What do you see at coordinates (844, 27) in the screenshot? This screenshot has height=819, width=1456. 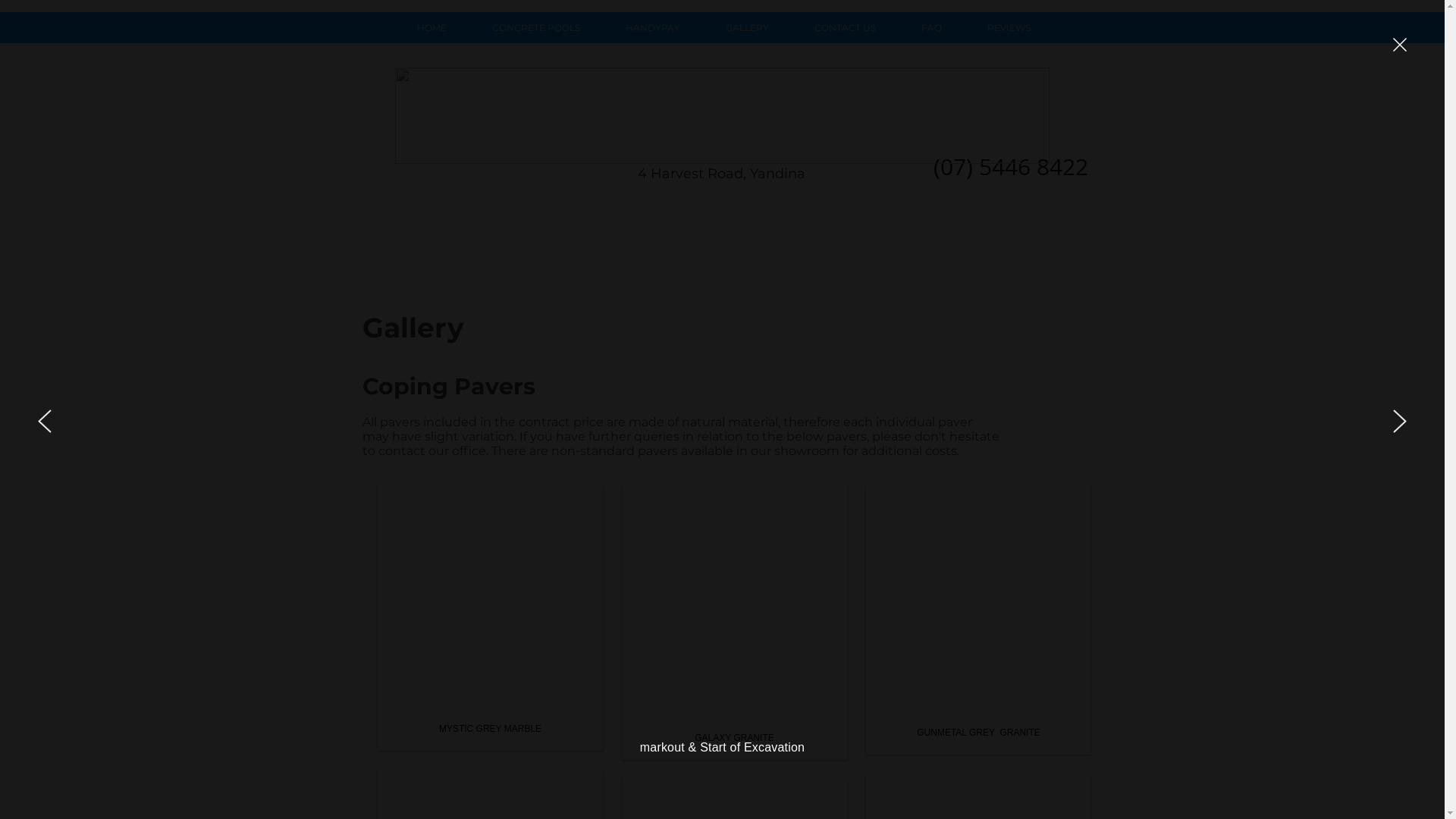 I see `'CONTACT US'` at bounding box center [844, 27].